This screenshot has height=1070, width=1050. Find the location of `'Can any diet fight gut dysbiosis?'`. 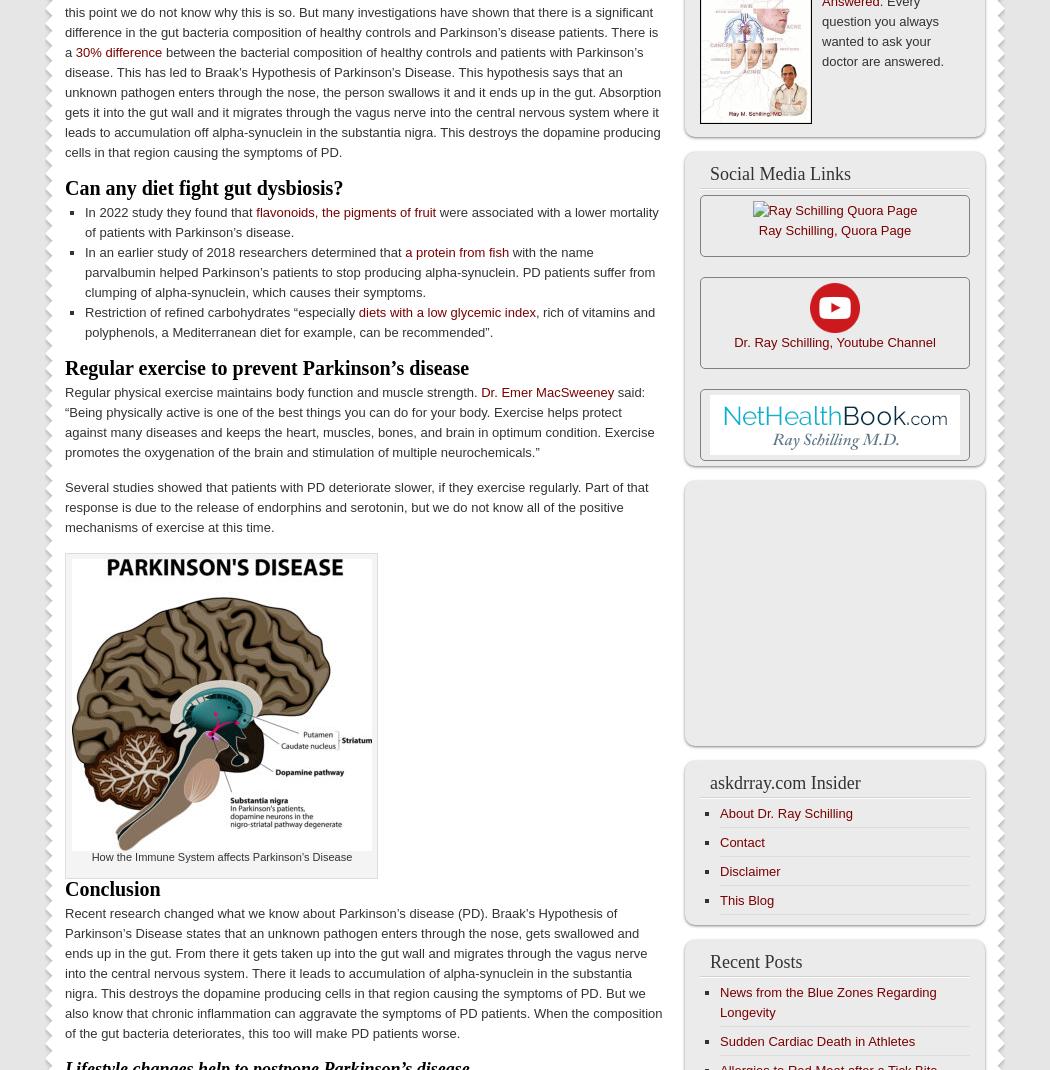

'Can any diet fight gut dysbiosis?' is located at coordinates (203, 186).